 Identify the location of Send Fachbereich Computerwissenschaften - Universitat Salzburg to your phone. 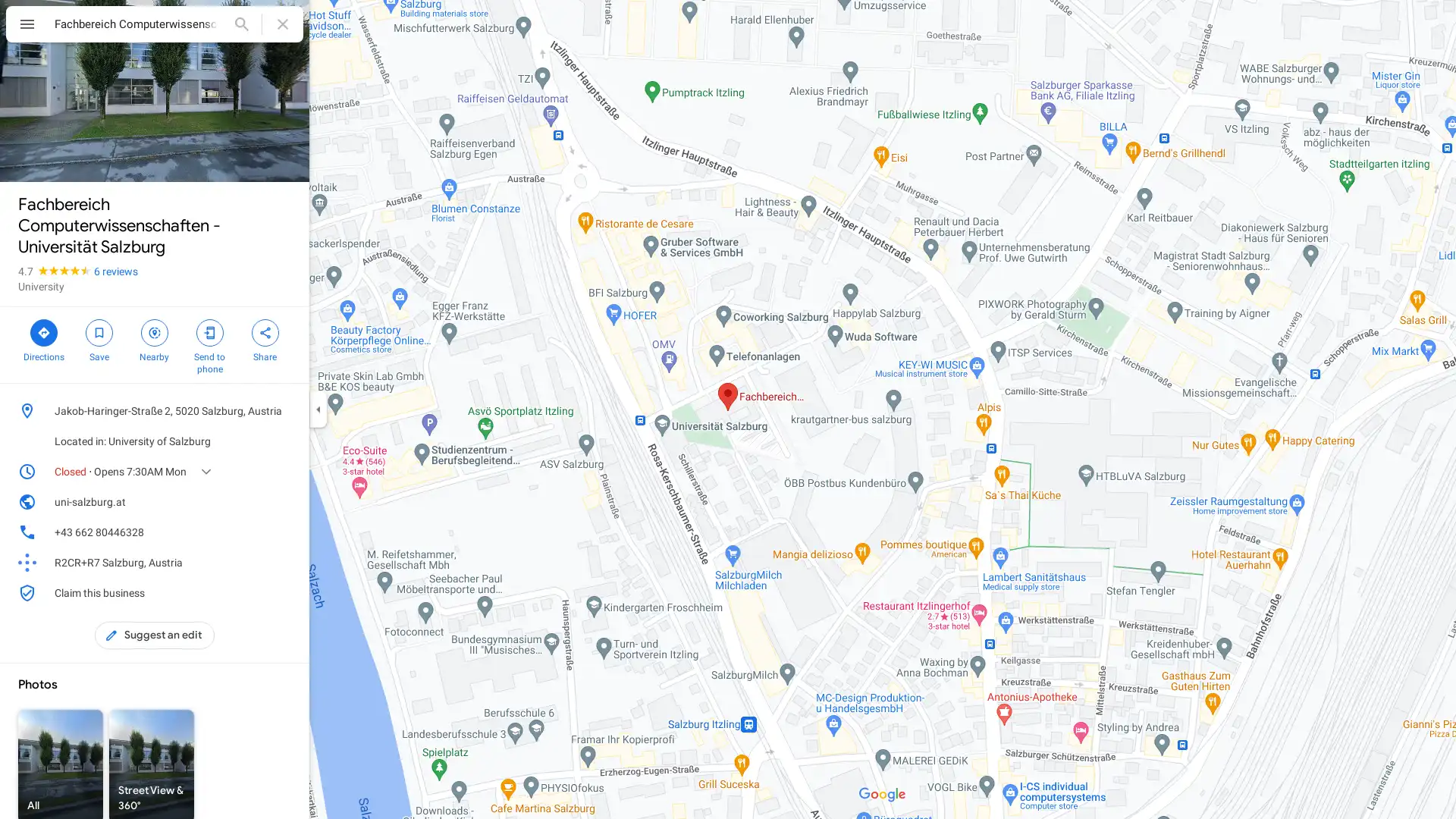
(209, 345).